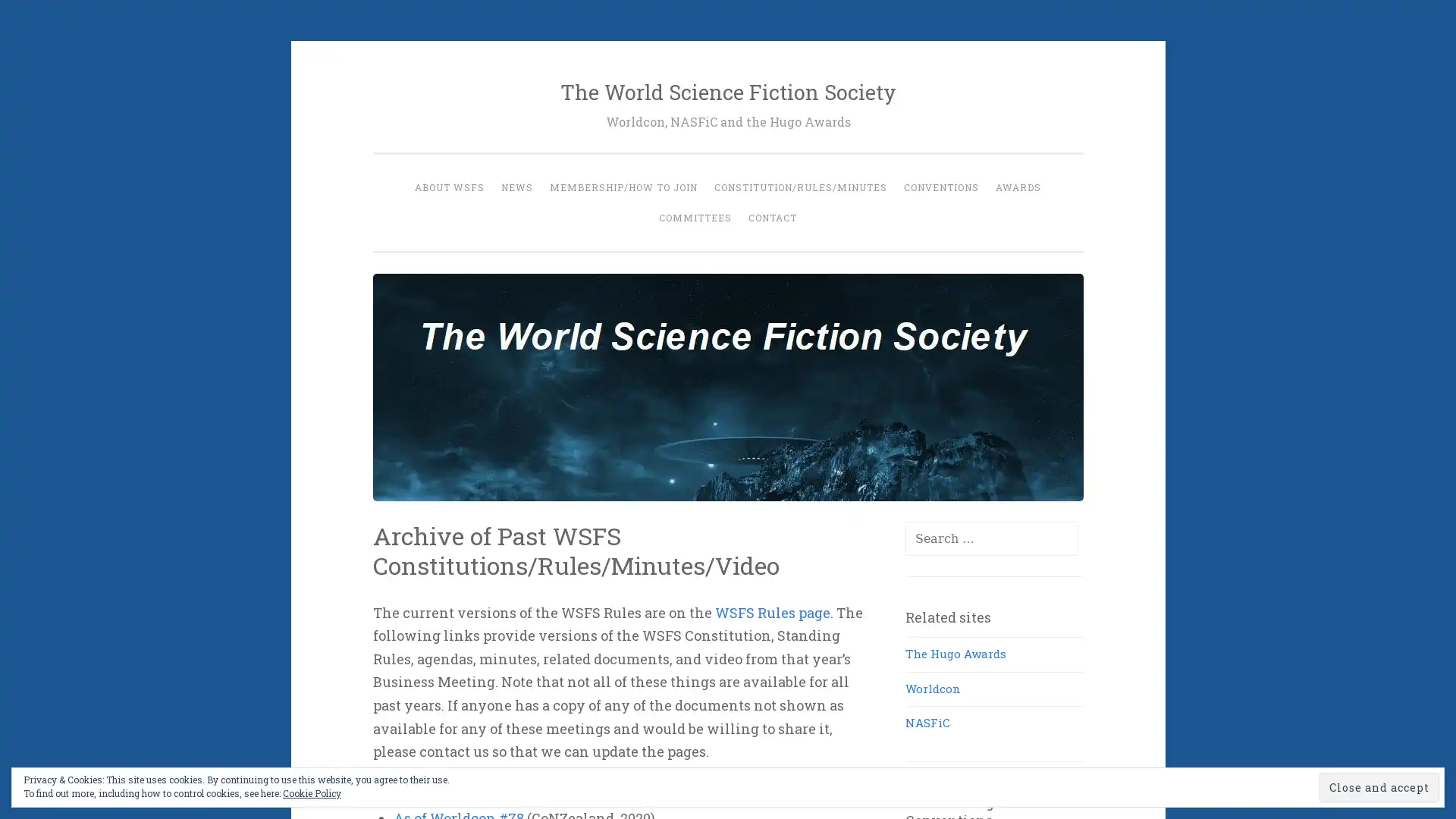 The width and height of the screenshot is (1456, 819). Describe the element at coordinates (1379, 786) in the screenshot. I see `Close and accept` at that location.